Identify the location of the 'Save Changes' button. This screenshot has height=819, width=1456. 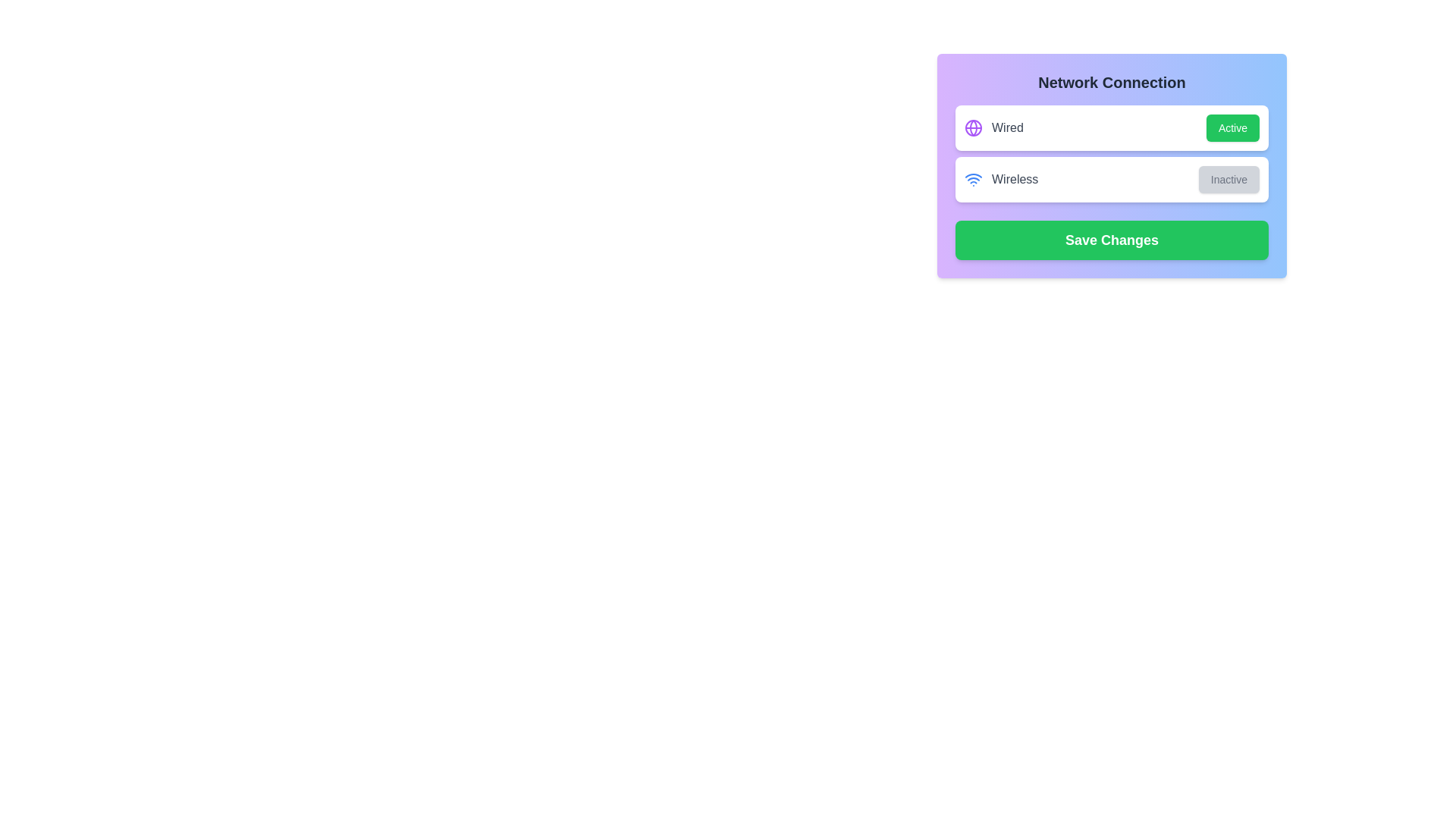
(1112, 239).